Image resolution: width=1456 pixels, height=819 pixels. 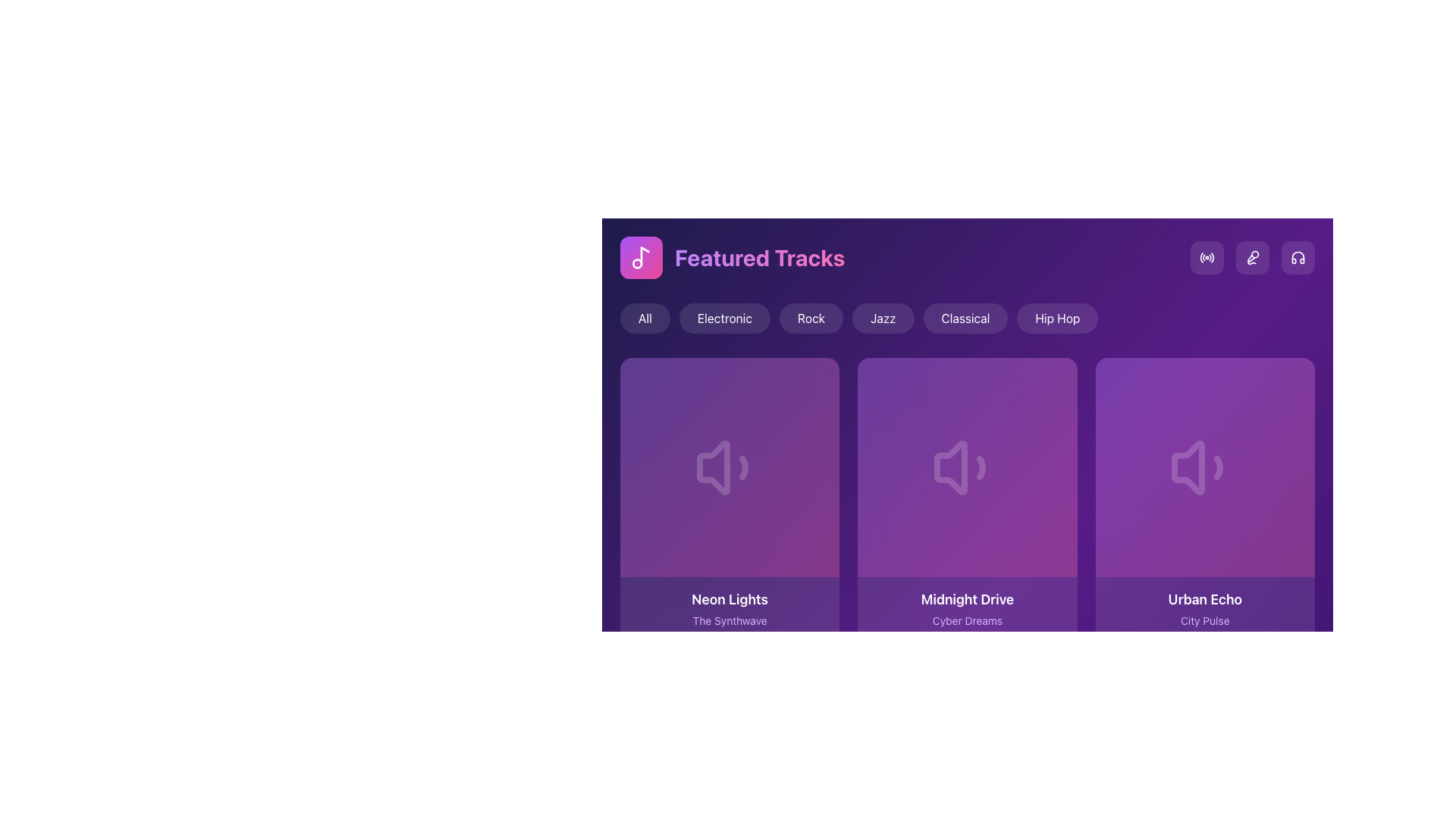 I want to click on the purple square button with a microphone icon located in the upper-right corner of the 'Featured Tracks' section, so click(x=1252, y=256).